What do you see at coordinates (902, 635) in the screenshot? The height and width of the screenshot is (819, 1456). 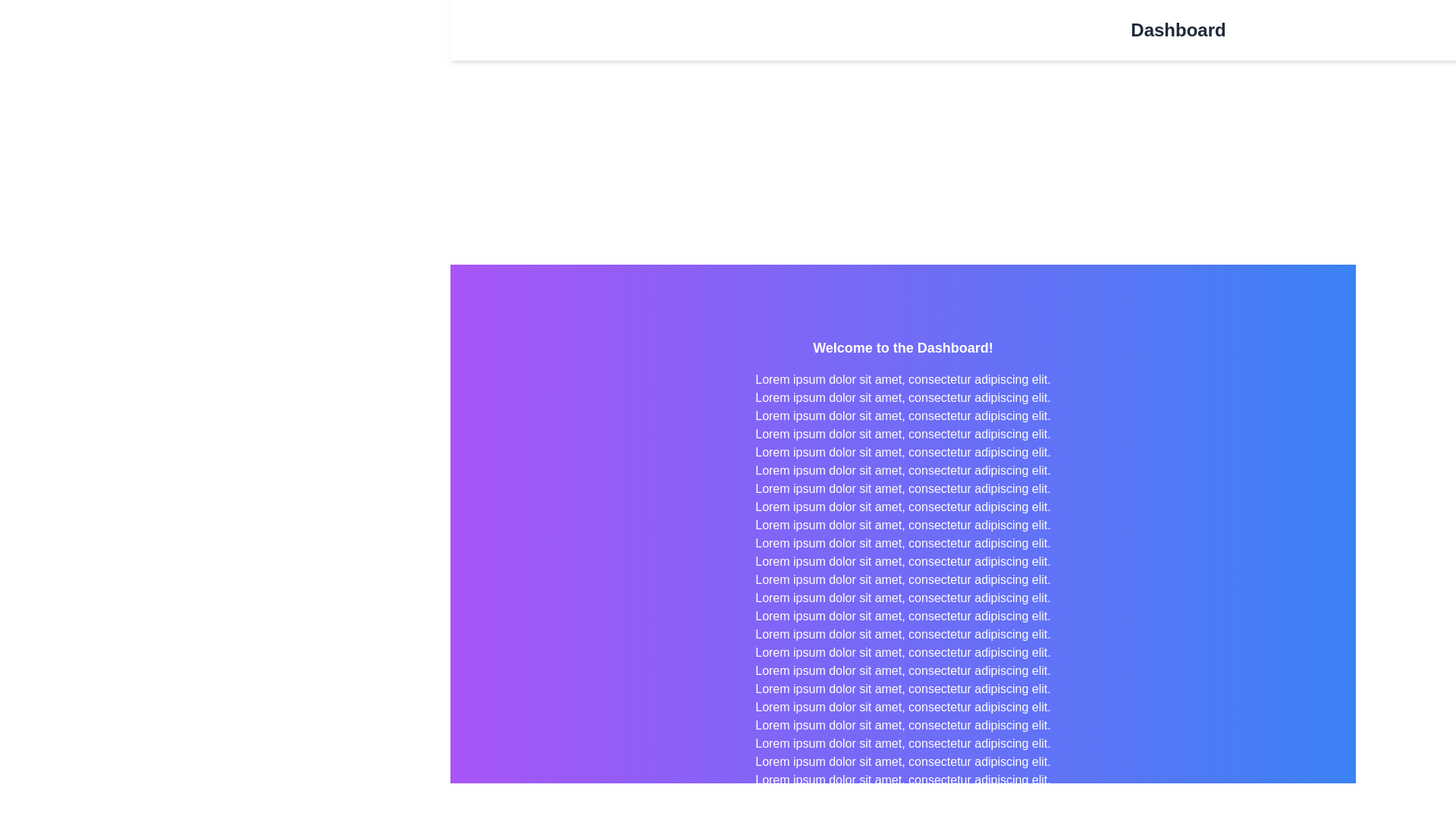 I see `the text element displaying 'Lorem ipsum dolor sit amet, consectetur adipiscing elit.' which is the 16th item in a vertically aligned list below the title 'Welcome to the Dashboard!'` at bounding box center [902, 635].